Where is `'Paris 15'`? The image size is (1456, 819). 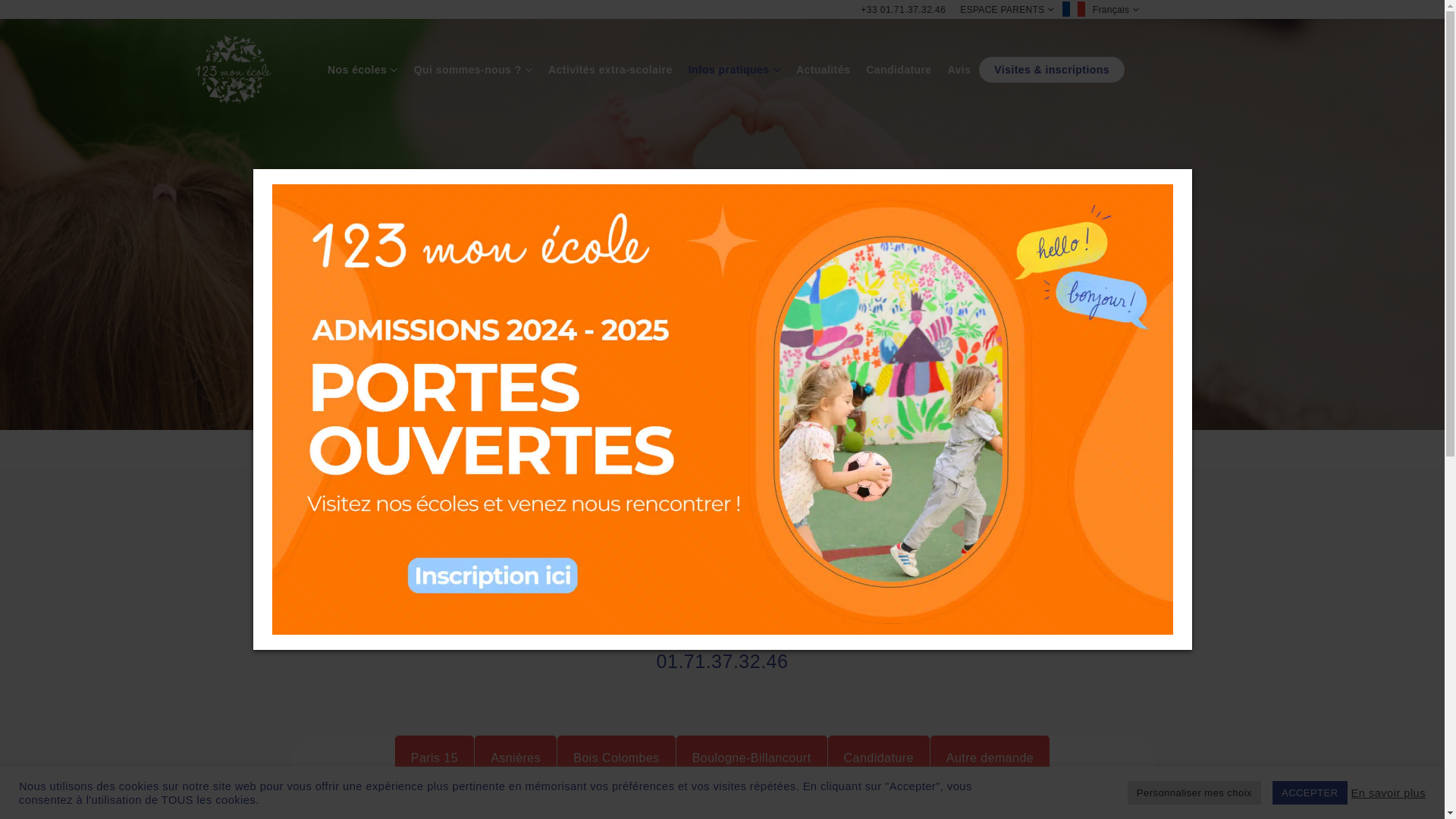
'Paris 15' is located at coordinates (433, 758).